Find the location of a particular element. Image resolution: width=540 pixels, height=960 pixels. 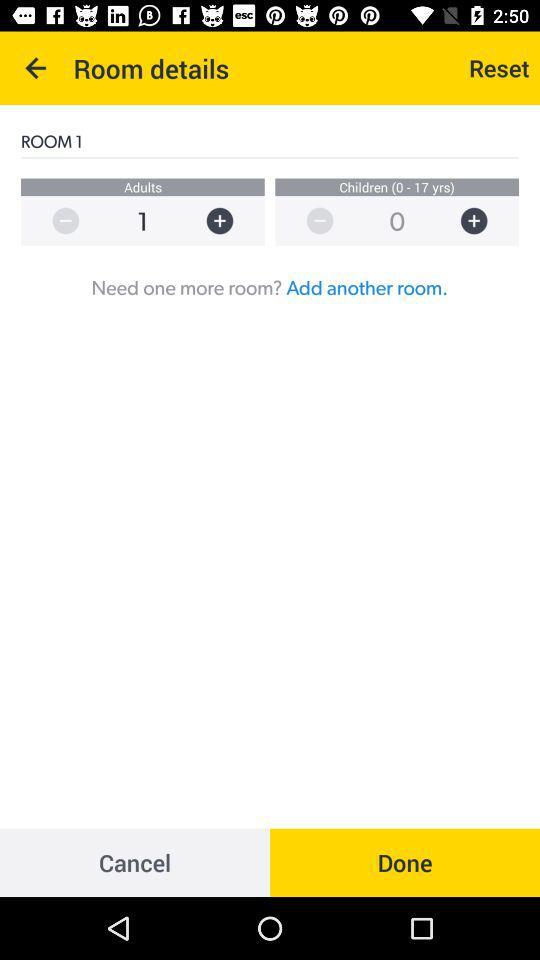

the icon above the room 1 item is located at coordinates (498, 68).